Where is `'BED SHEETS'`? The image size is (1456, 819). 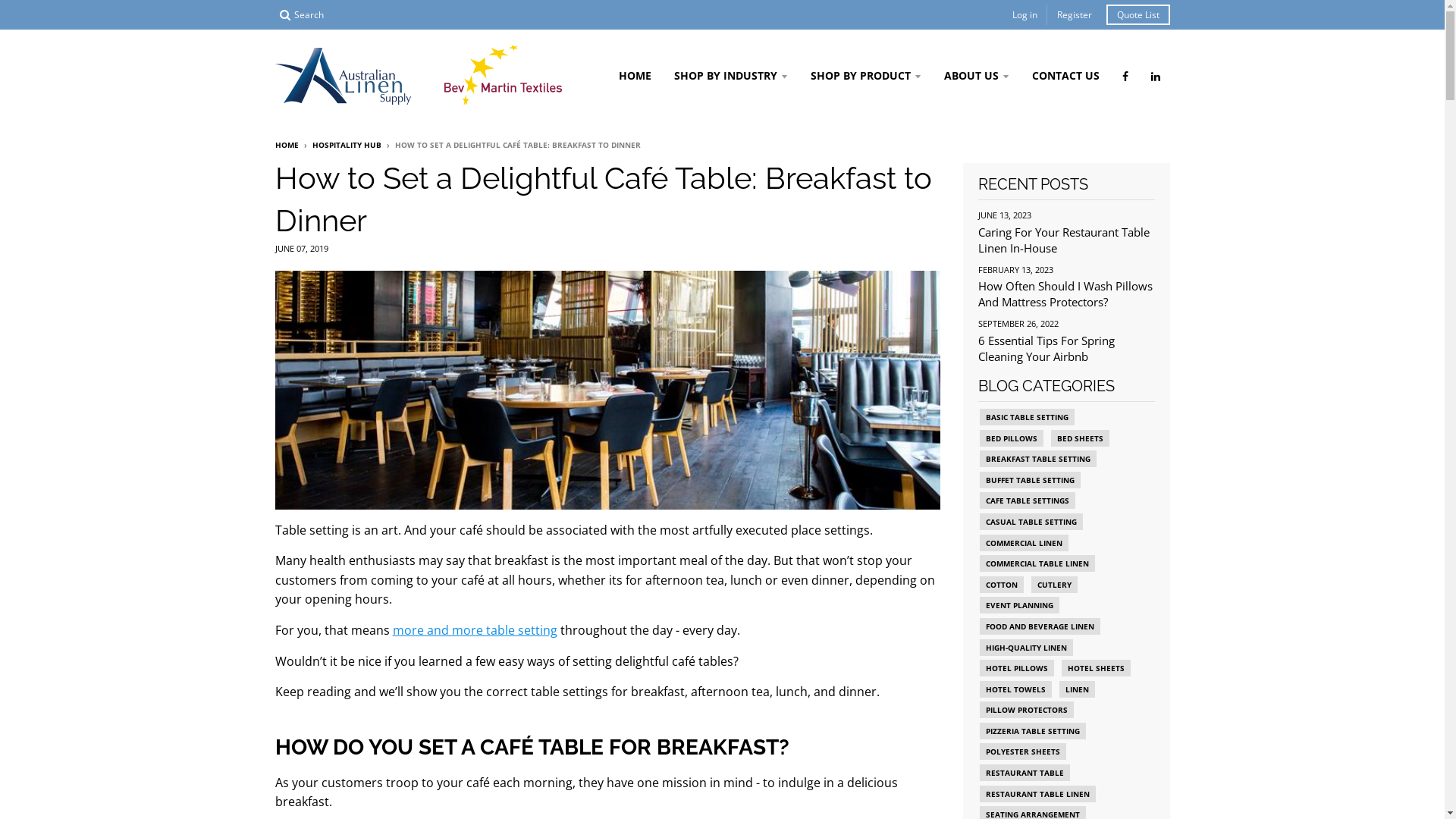 'BED SHEETS' is located at coordinates (1079, 438).